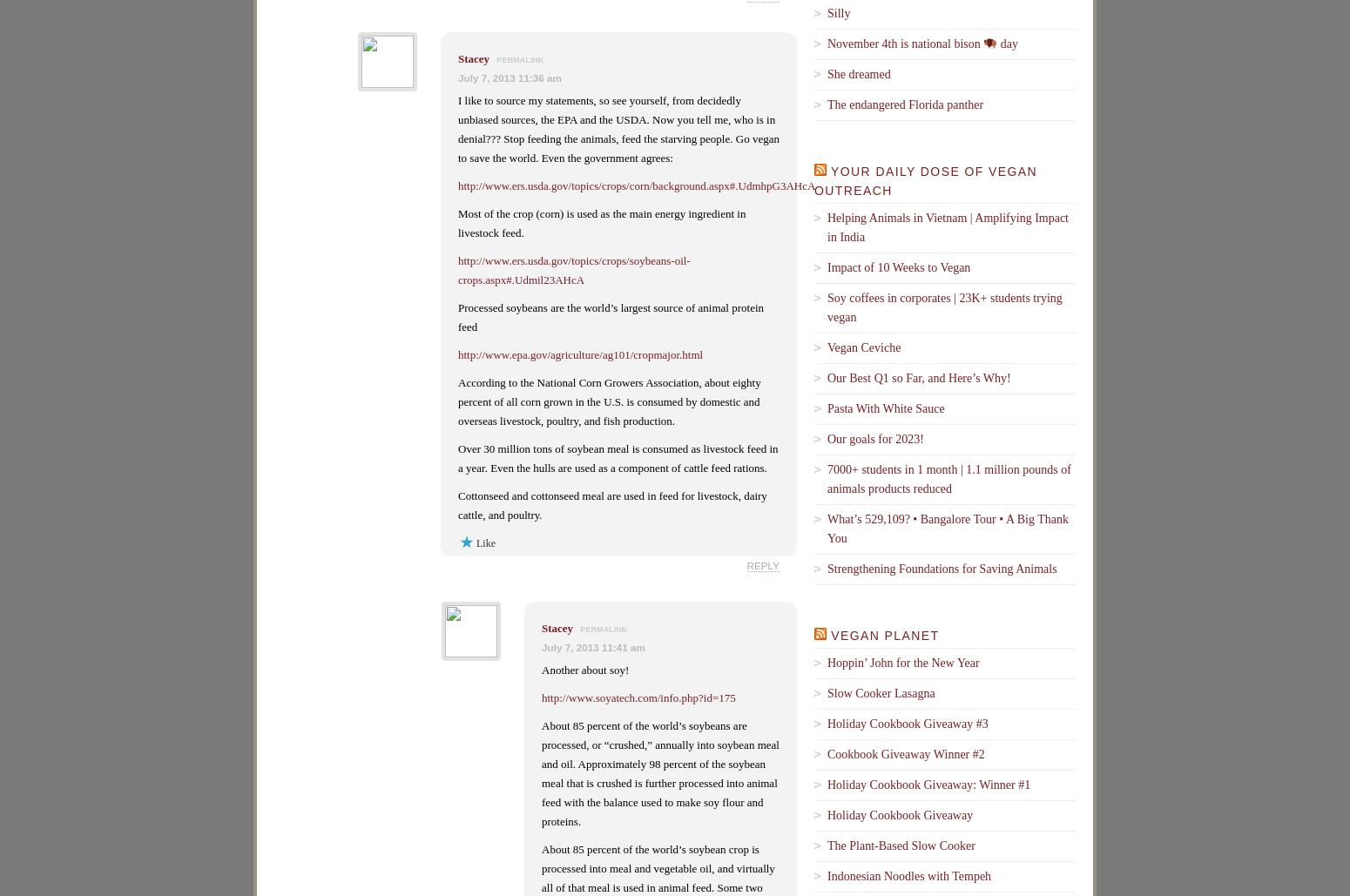 This screenshot has height=896, width=1350. Describe the element at coordinates (763, 565) in the screenshot. I see `'Reply'` at that location.